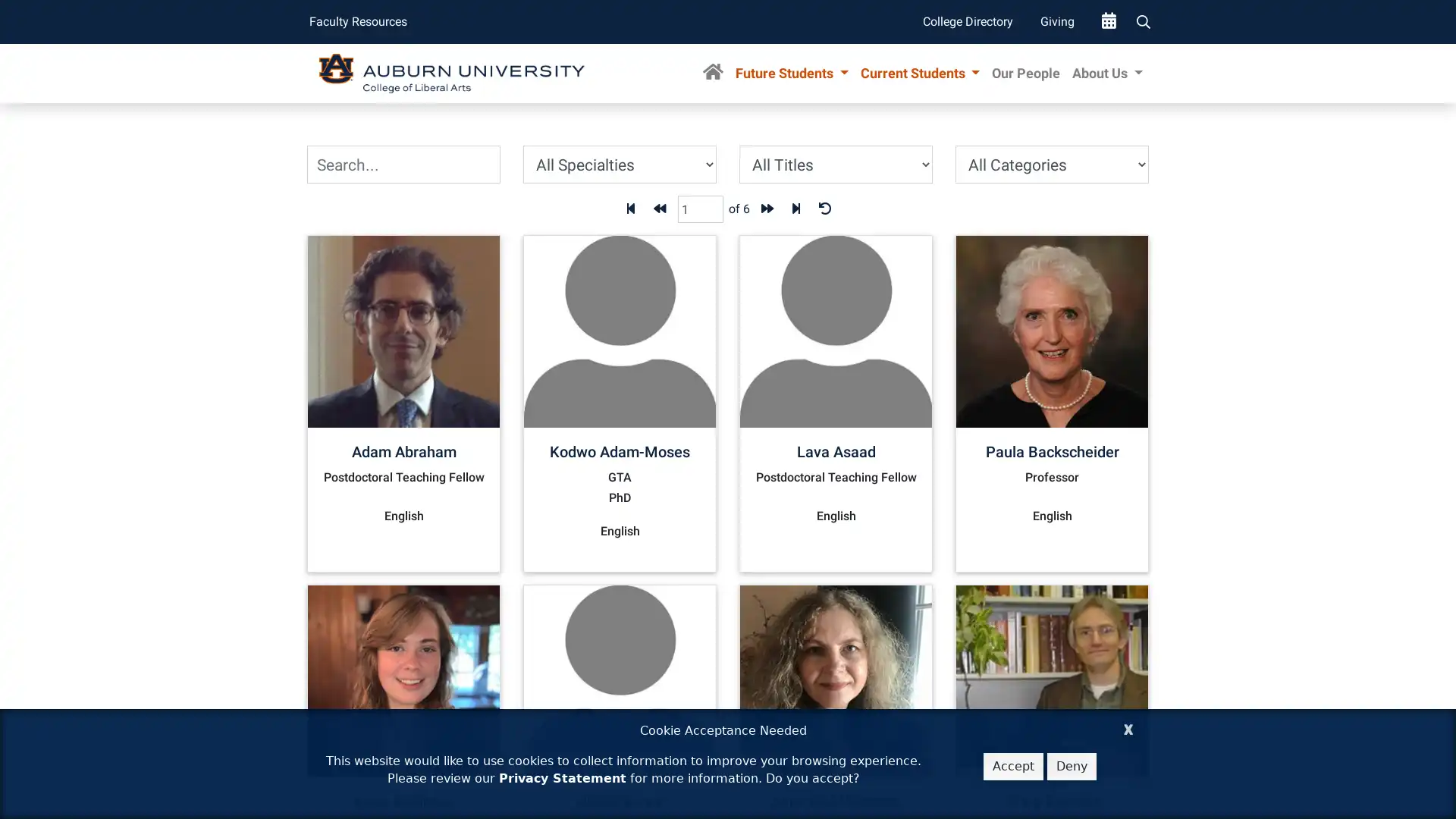 Image resolution: width=1456 pixels, height=819 pixels. I want to click on of 6, so click(739, 209).